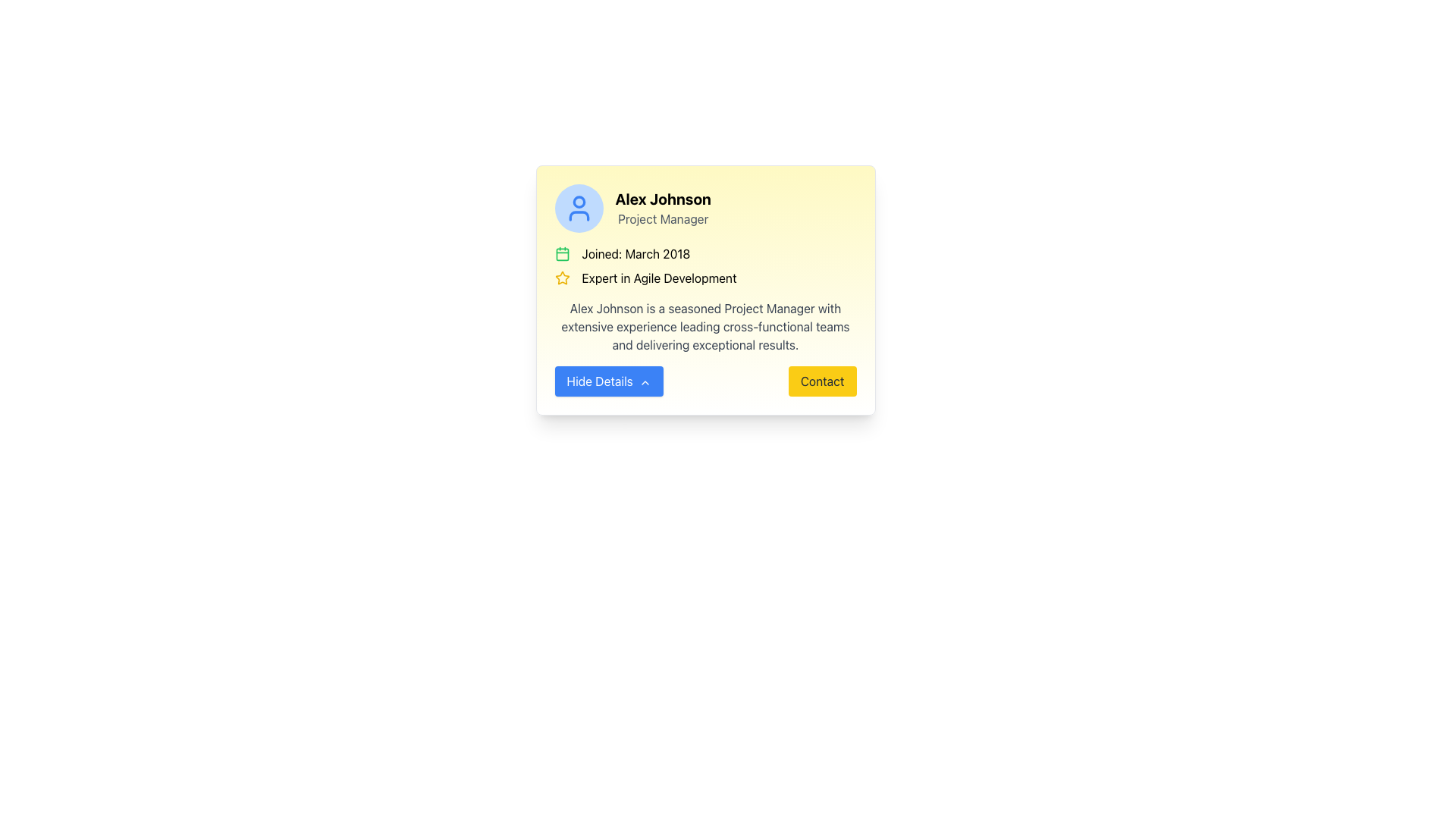 The image size is (1456, 819). Describe the element at coordinates (645, 381) in the screenshot. I see `the upward-facing chevron icon located to the right of the 'Hide Details' button text to hide the additional information displayed` at that location.